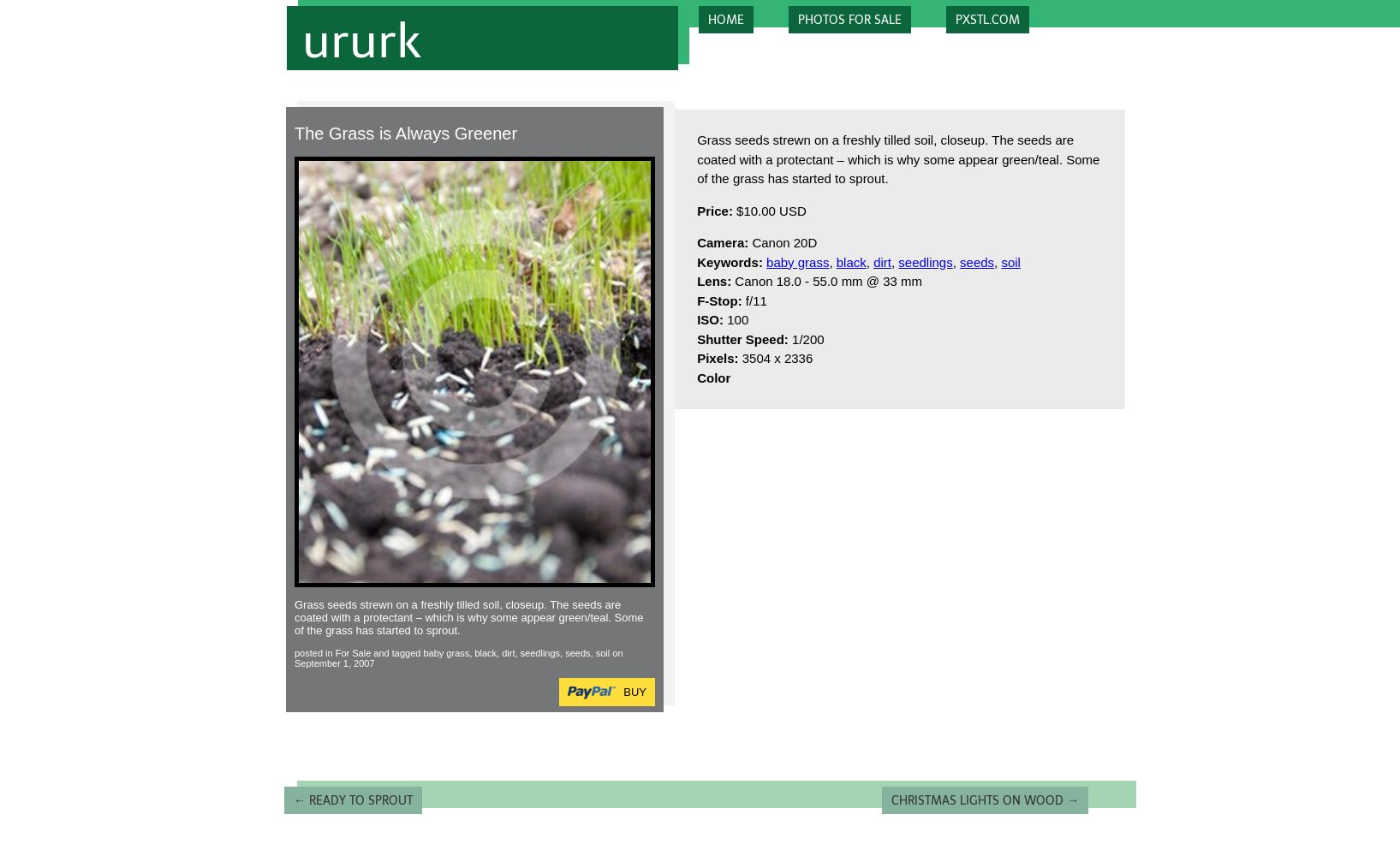 Image resolution: width=1400 pixels, height=856 pixels. I want to click on 'September 1, 2007', so click(334, 663).